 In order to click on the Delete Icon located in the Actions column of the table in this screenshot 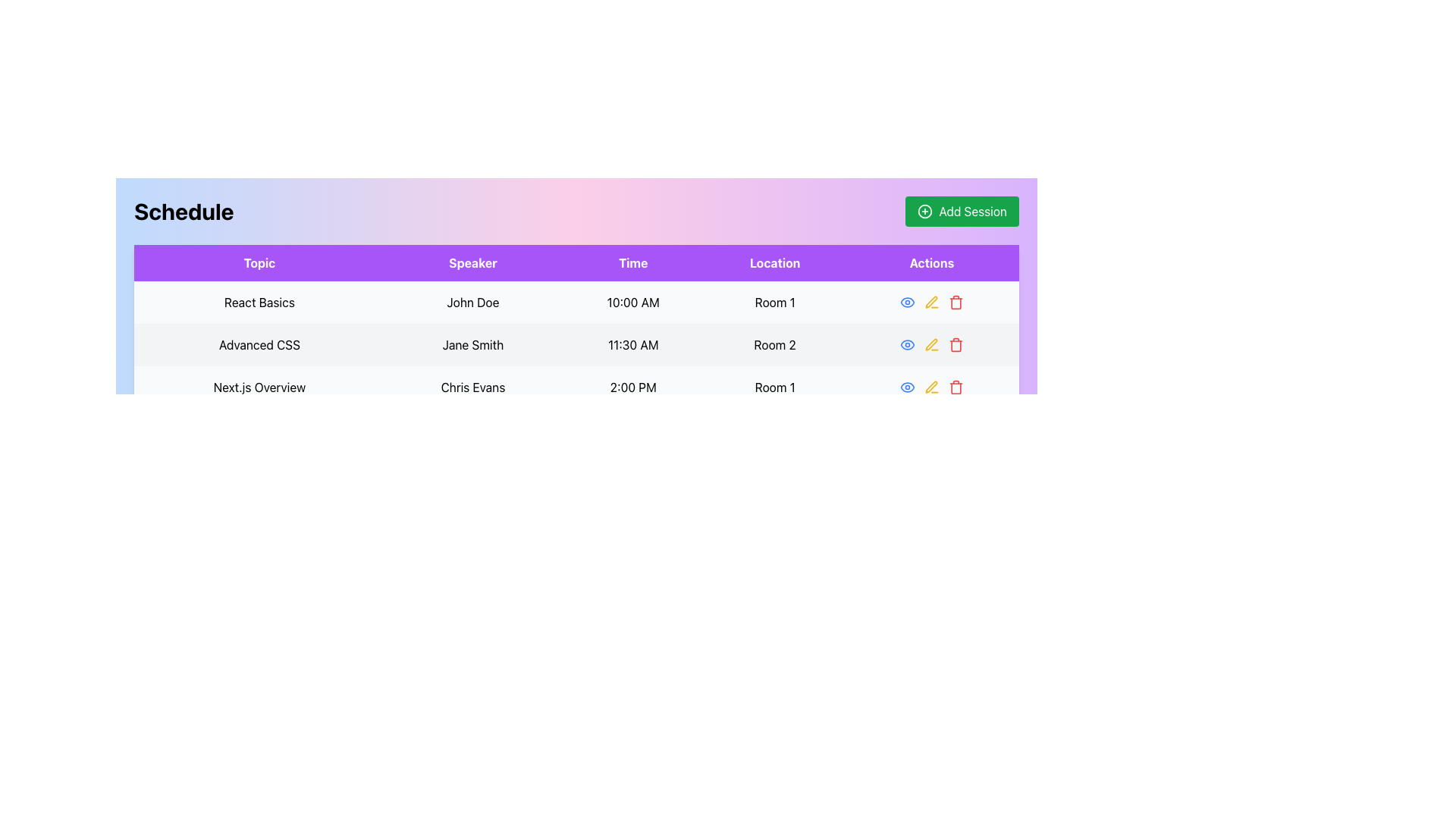, I will do `click(955, 303)`.